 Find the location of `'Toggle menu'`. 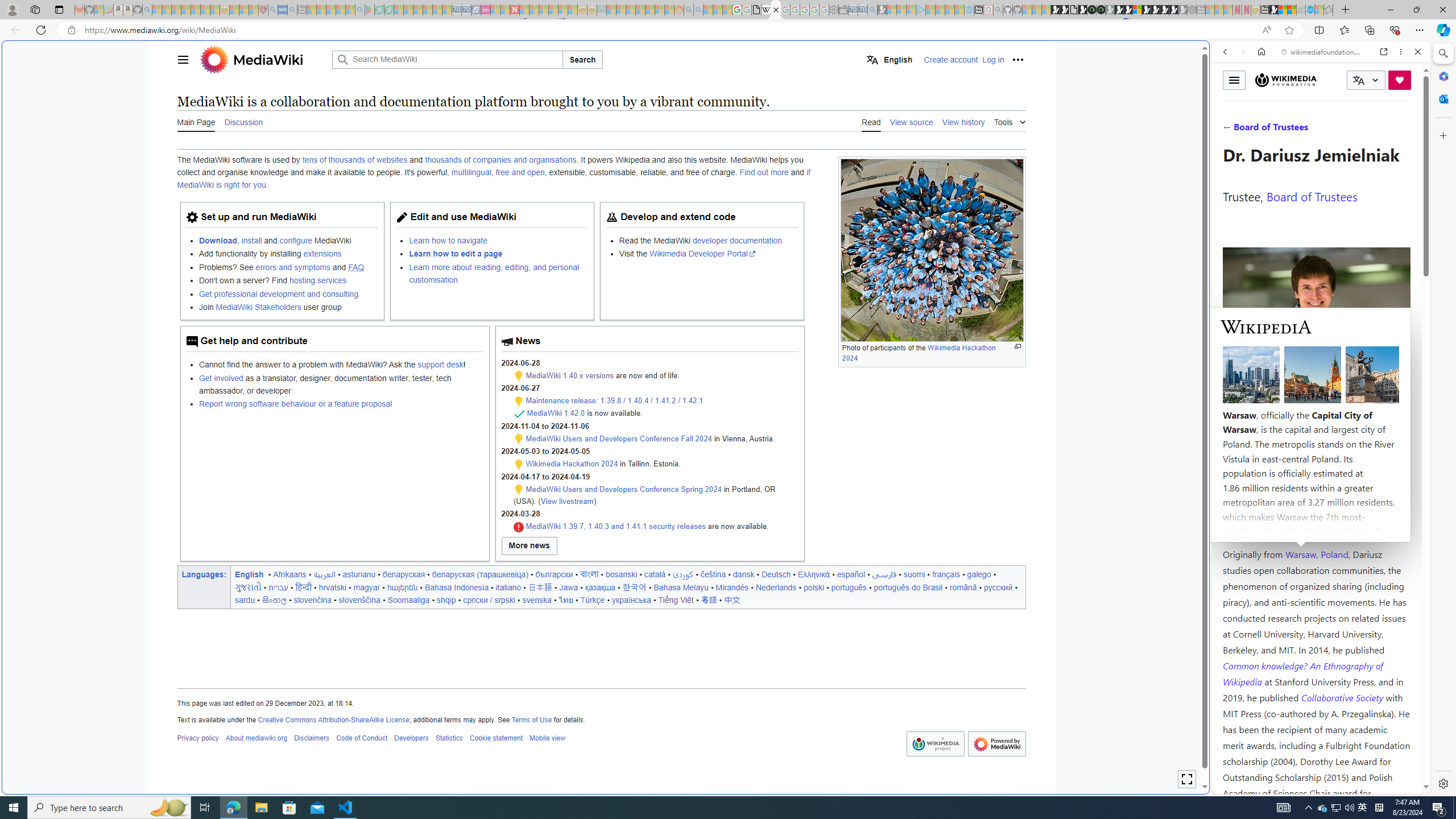

'Toggle menu' is located at coordinates (1233, 80).